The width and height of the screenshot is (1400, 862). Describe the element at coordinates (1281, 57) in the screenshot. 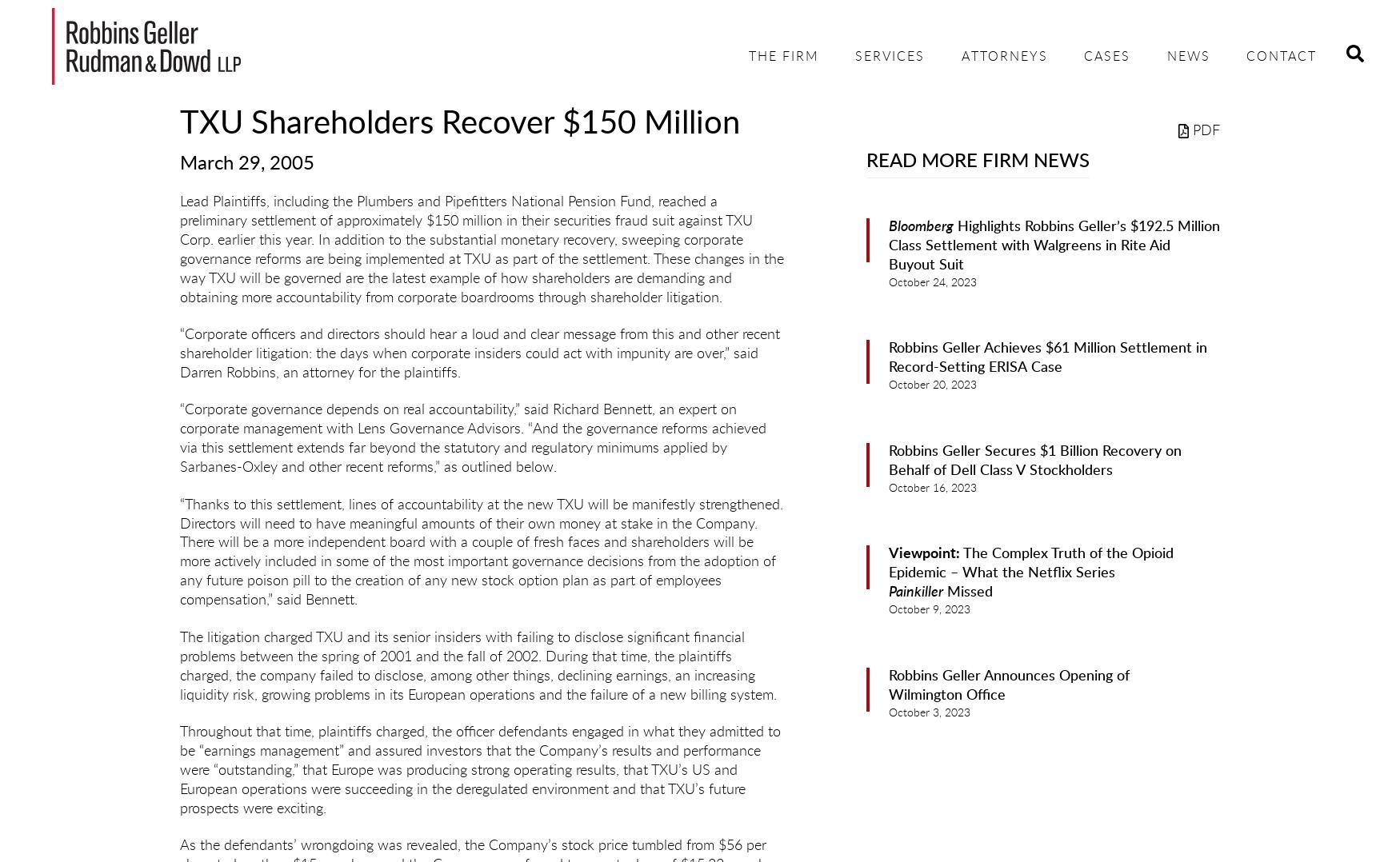

I see `'Contact'` at that location.